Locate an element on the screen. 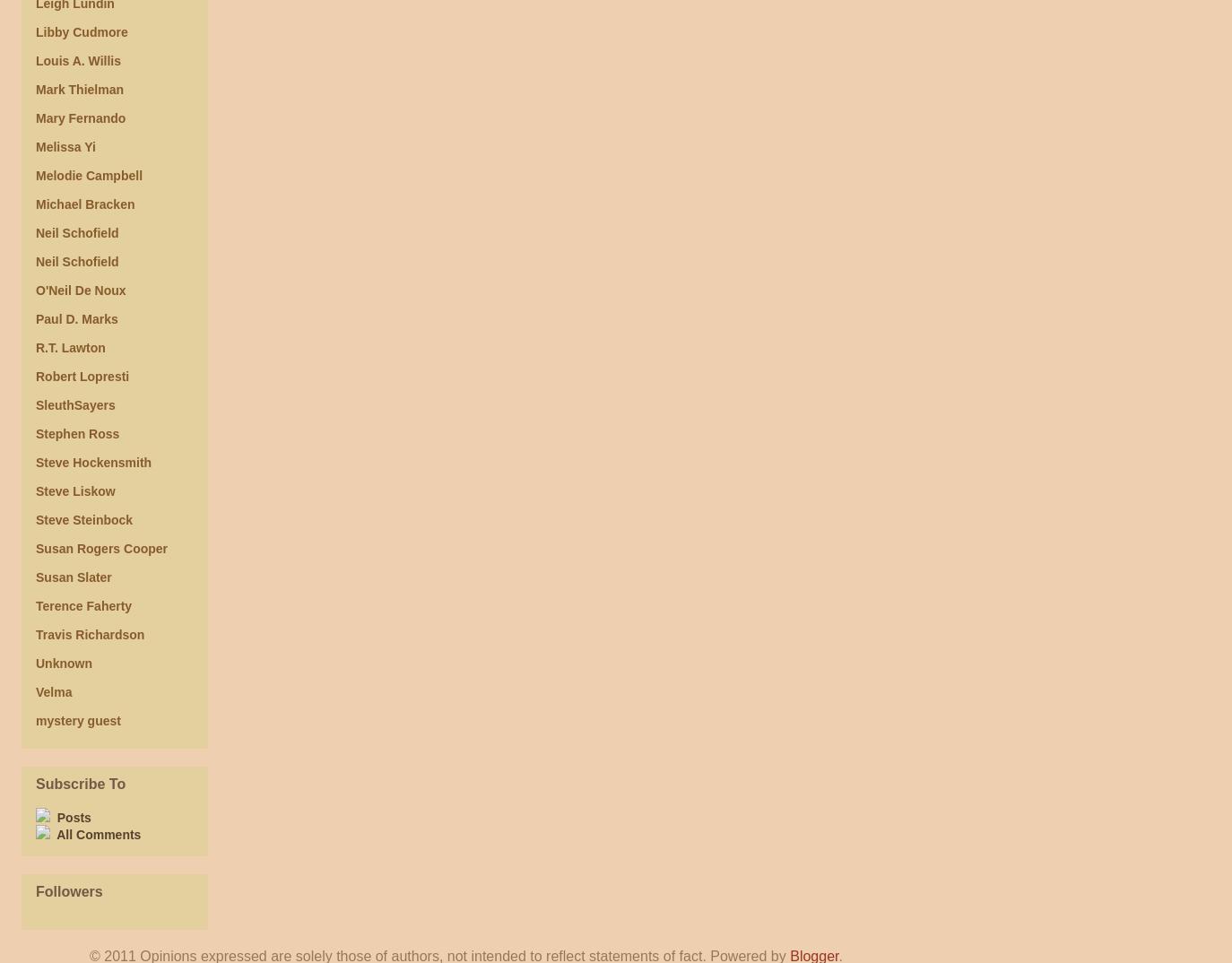  'Mary Fernando' is located at coordinates (79, 117).